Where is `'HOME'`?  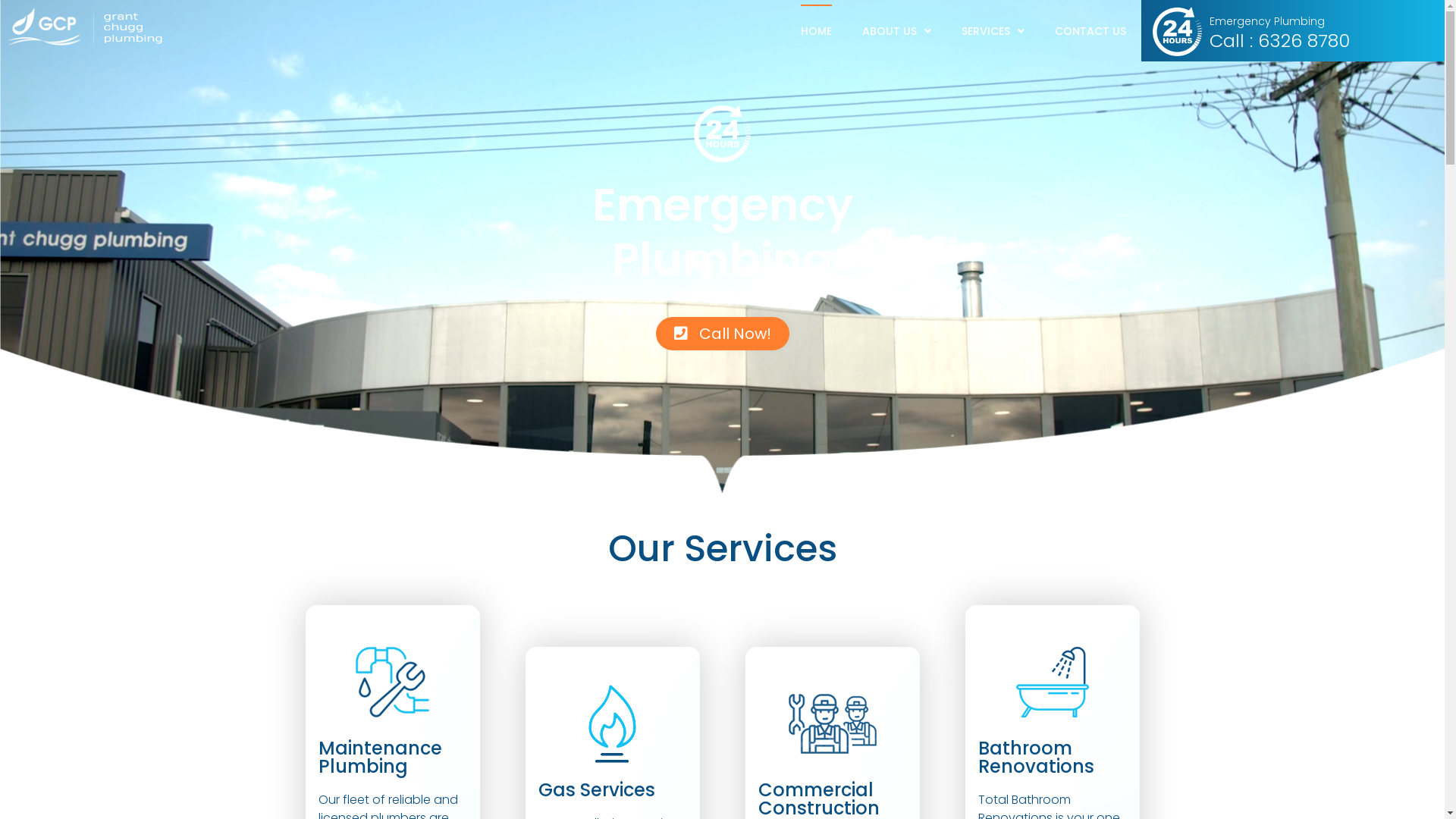 'HOME' is located at coordinates (815, 31).